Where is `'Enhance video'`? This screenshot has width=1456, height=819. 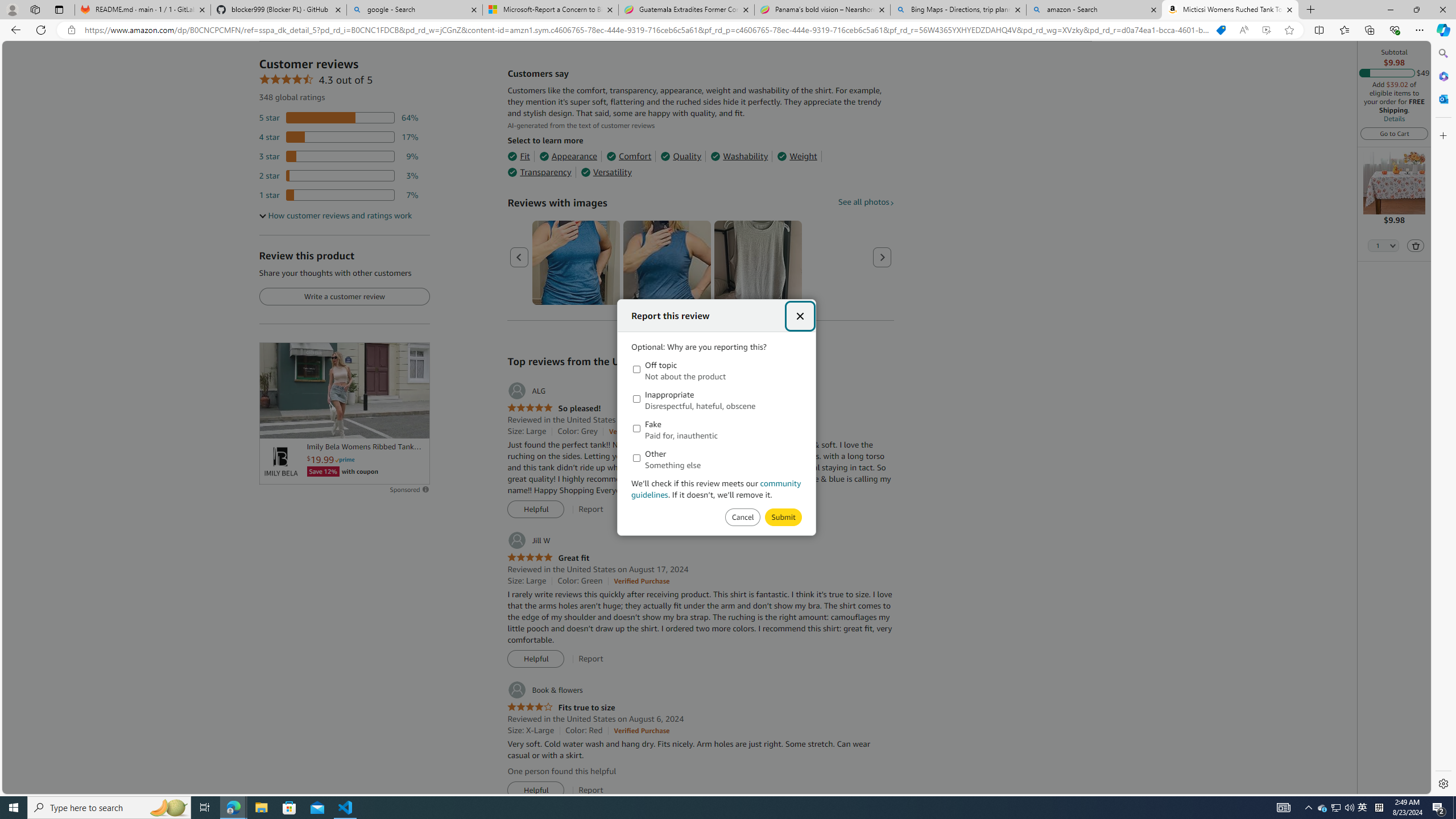
'Enhance video' is located at coordinates (1266, 30).